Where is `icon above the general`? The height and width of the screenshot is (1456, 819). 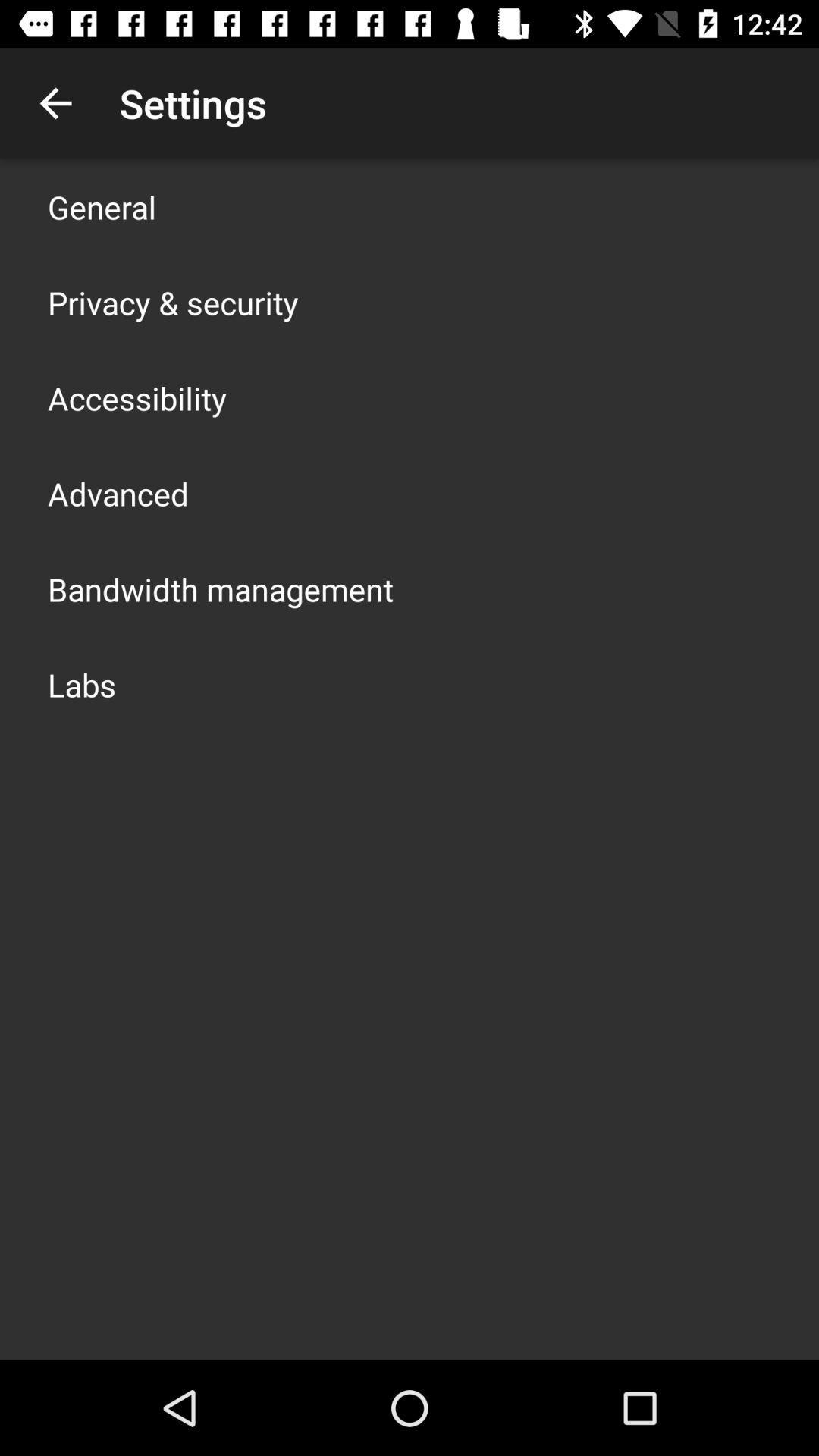 icon above the general is located at coordinates (55, 102).